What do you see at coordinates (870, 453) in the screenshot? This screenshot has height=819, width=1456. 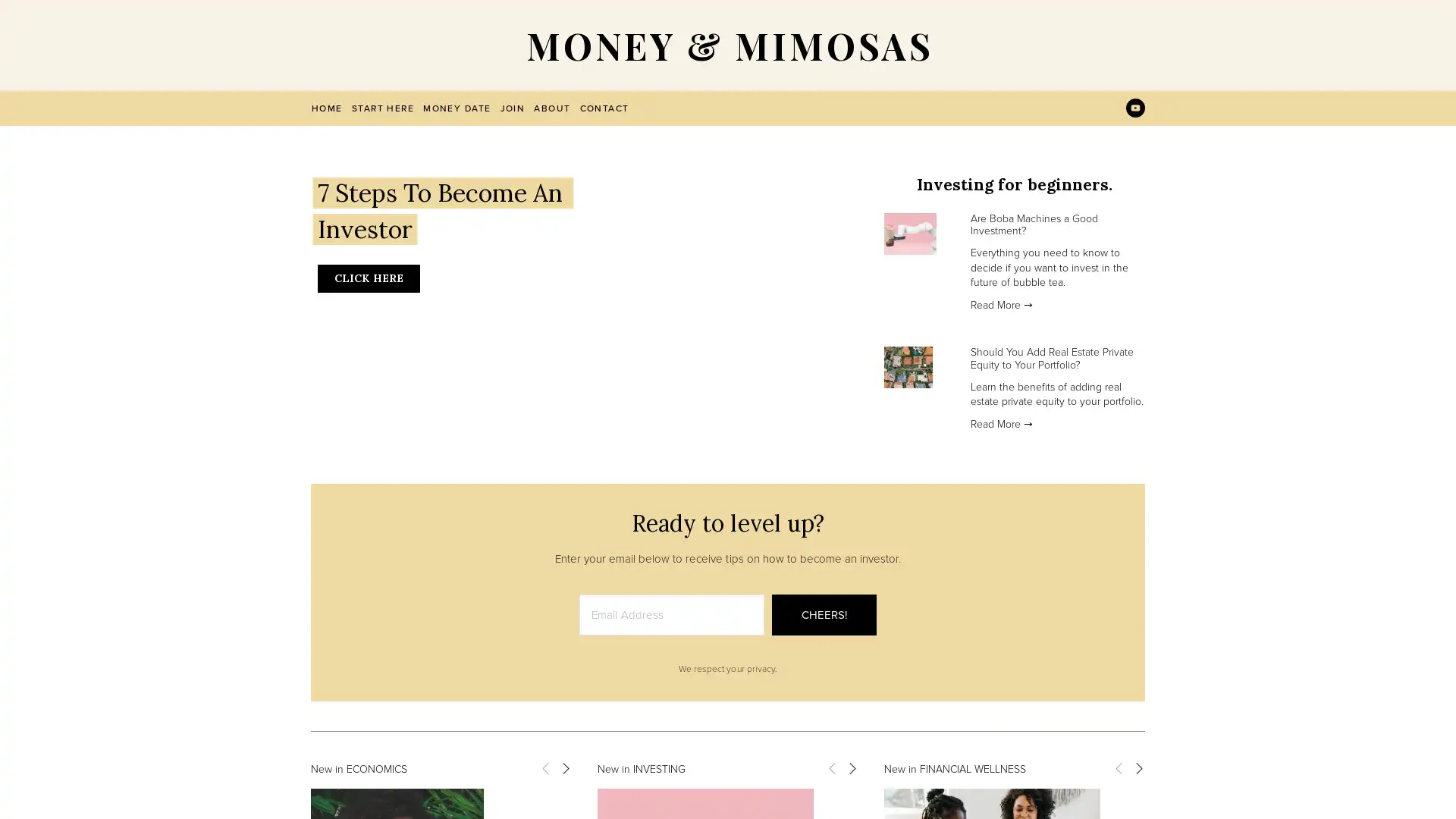 I see `Yes, I love Money & Mimosas.` at bounding box center [870, 453].